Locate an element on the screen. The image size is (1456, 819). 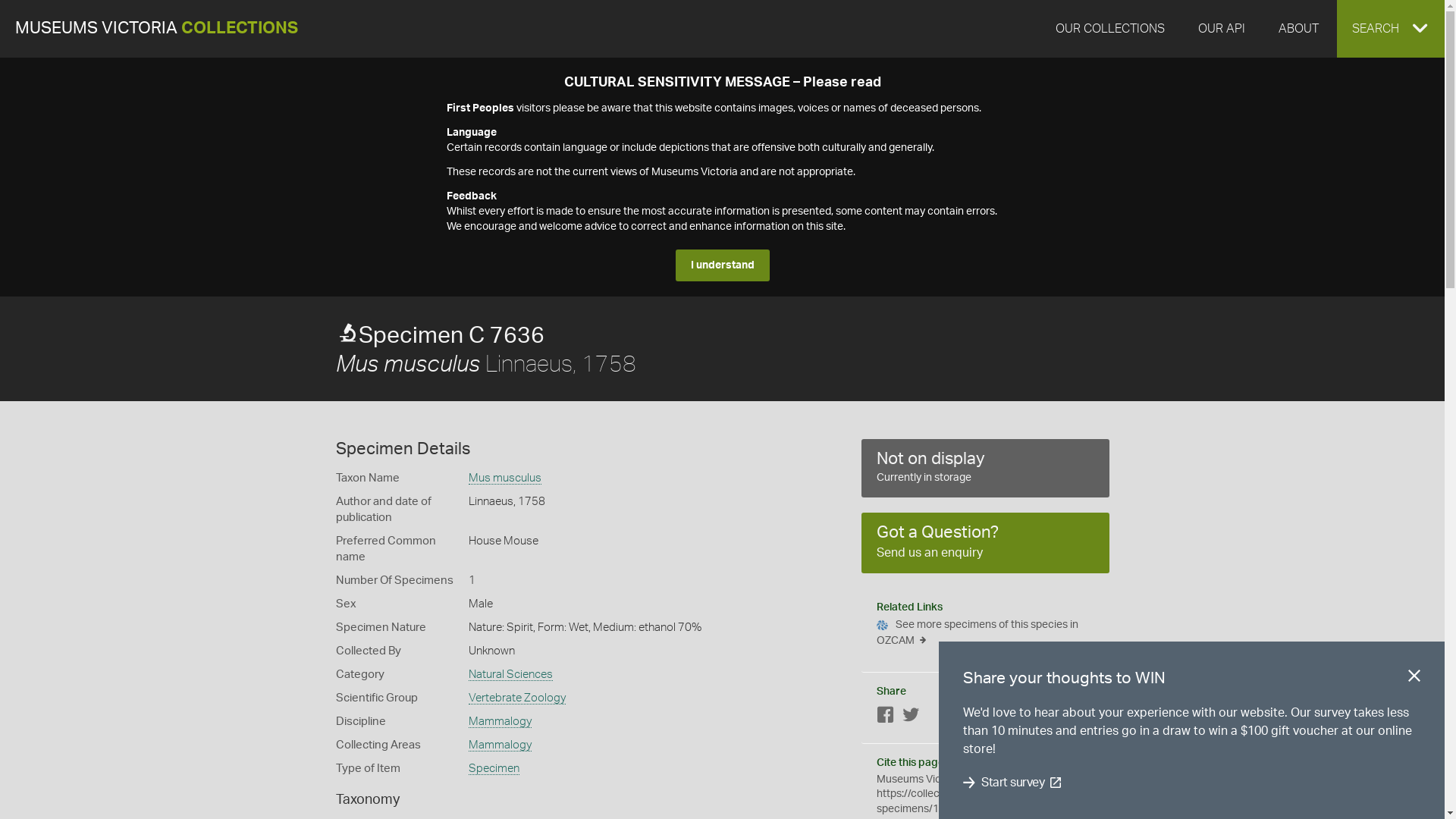
'Natural Sciences' is located at coordinates (510, 674).